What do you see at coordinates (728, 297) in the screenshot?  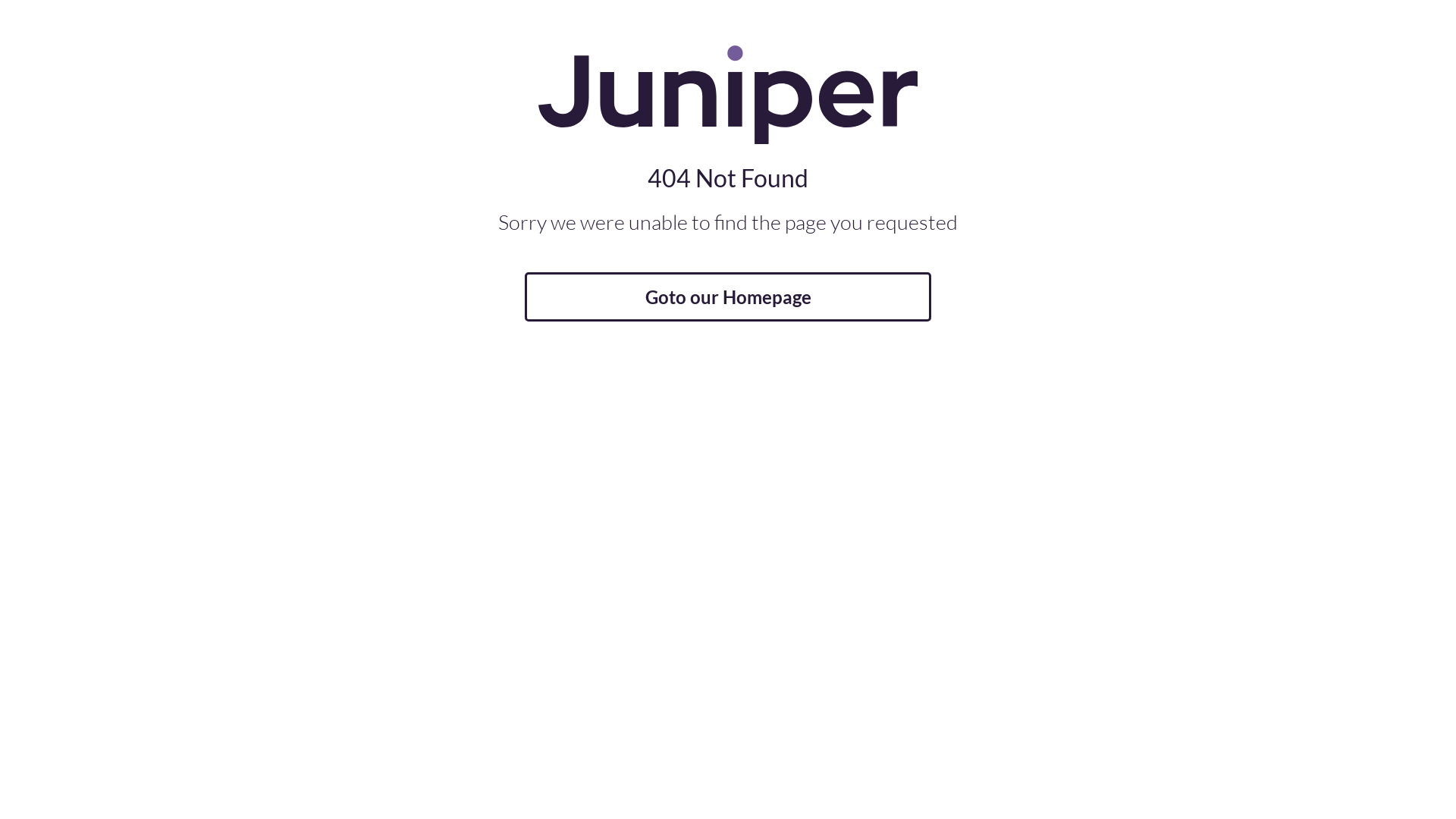 I see `'Goto our Homepage'` at bounding box center [728, 297].